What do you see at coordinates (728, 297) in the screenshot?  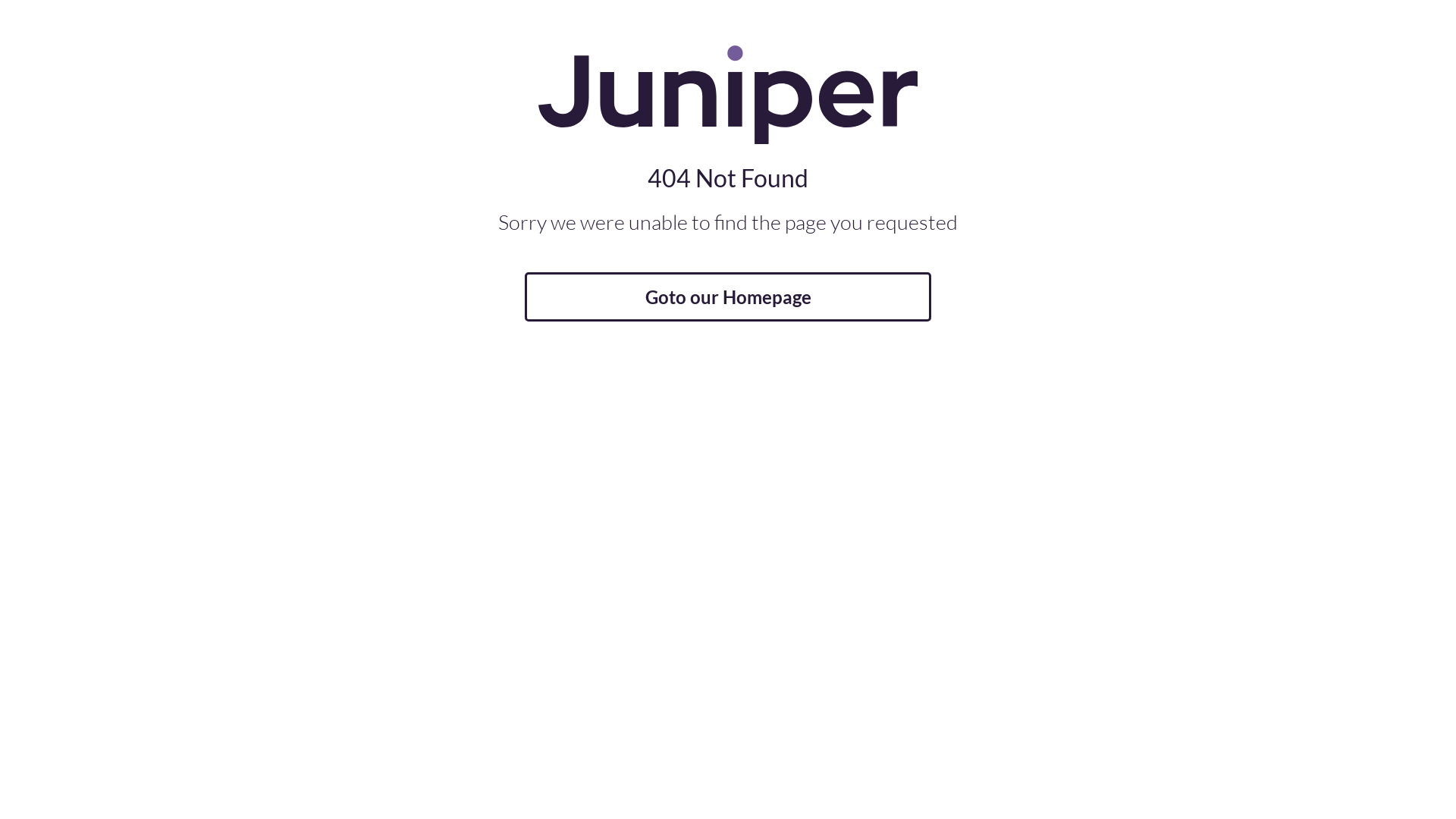 I see `'Goto our Homepage'` at bounding box center [728, 297].